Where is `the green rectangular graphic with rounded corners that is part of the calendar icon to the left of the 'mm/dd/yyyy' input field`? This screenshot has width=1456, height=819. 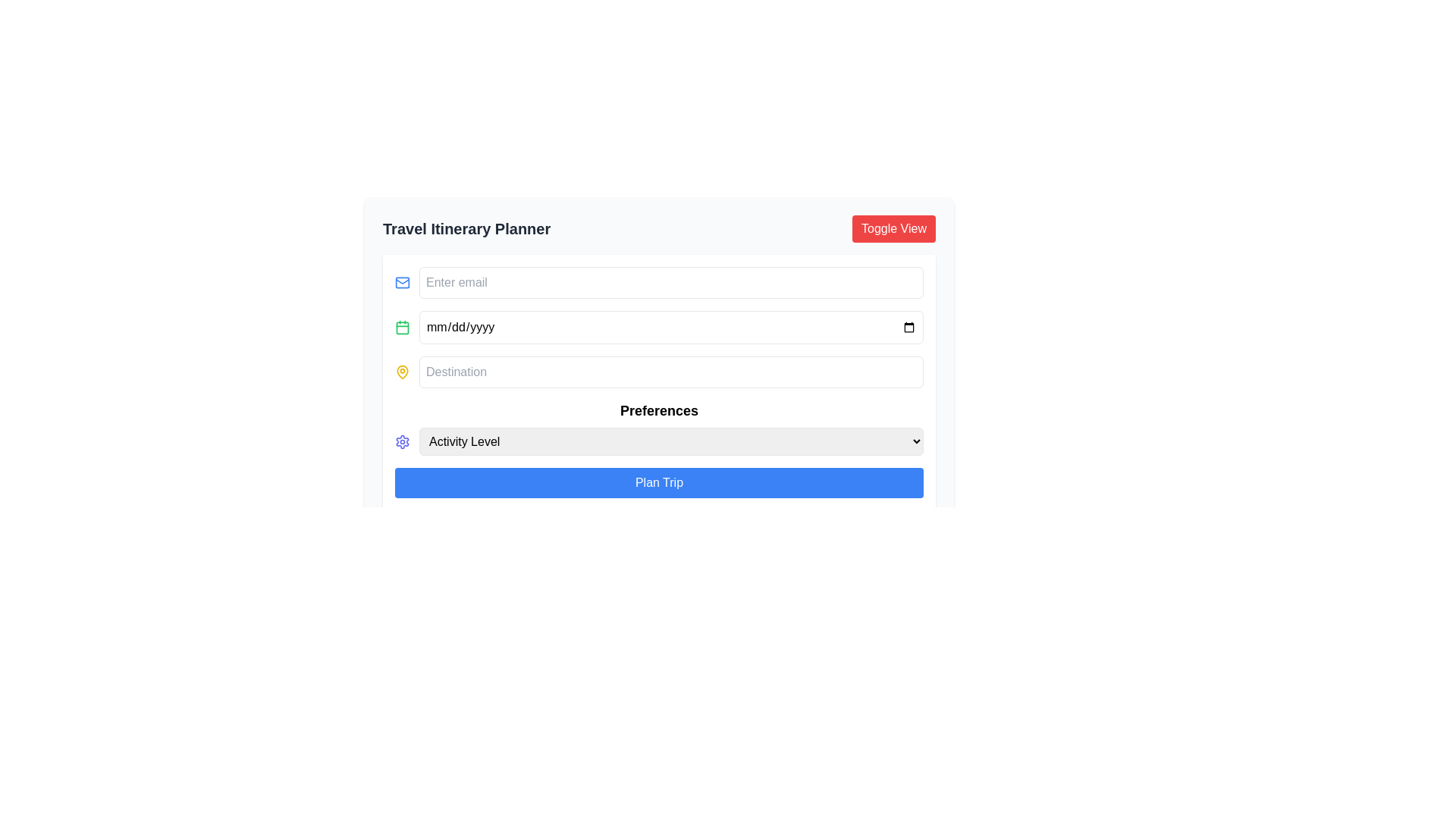
the green rectangular graphic with rounded corners that is part of the calendar icon to the left of the 'mm/dd/yyyy' input field is located at coordinates (403, 327).